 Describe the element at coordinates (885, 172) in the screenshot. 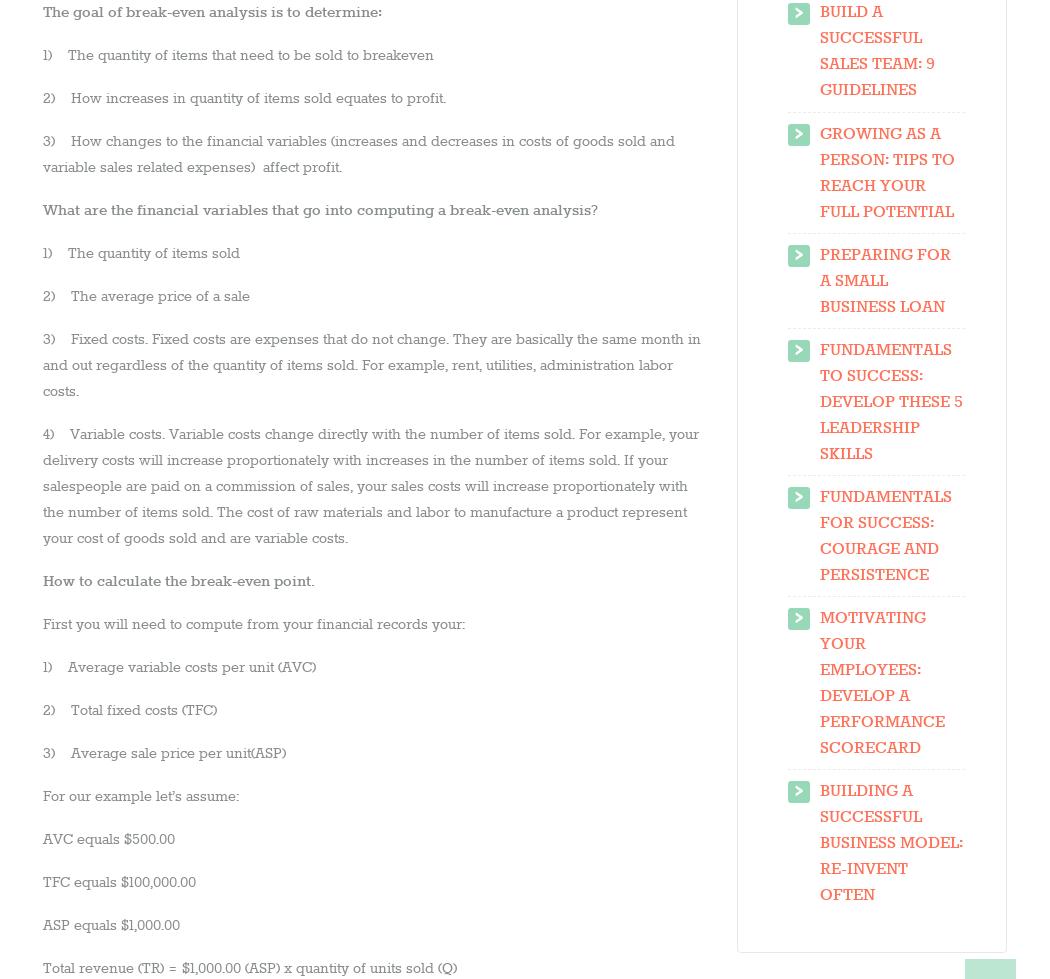

I see `'Growing as a Person: Tips to Reach Your Full Potential'` at that location.